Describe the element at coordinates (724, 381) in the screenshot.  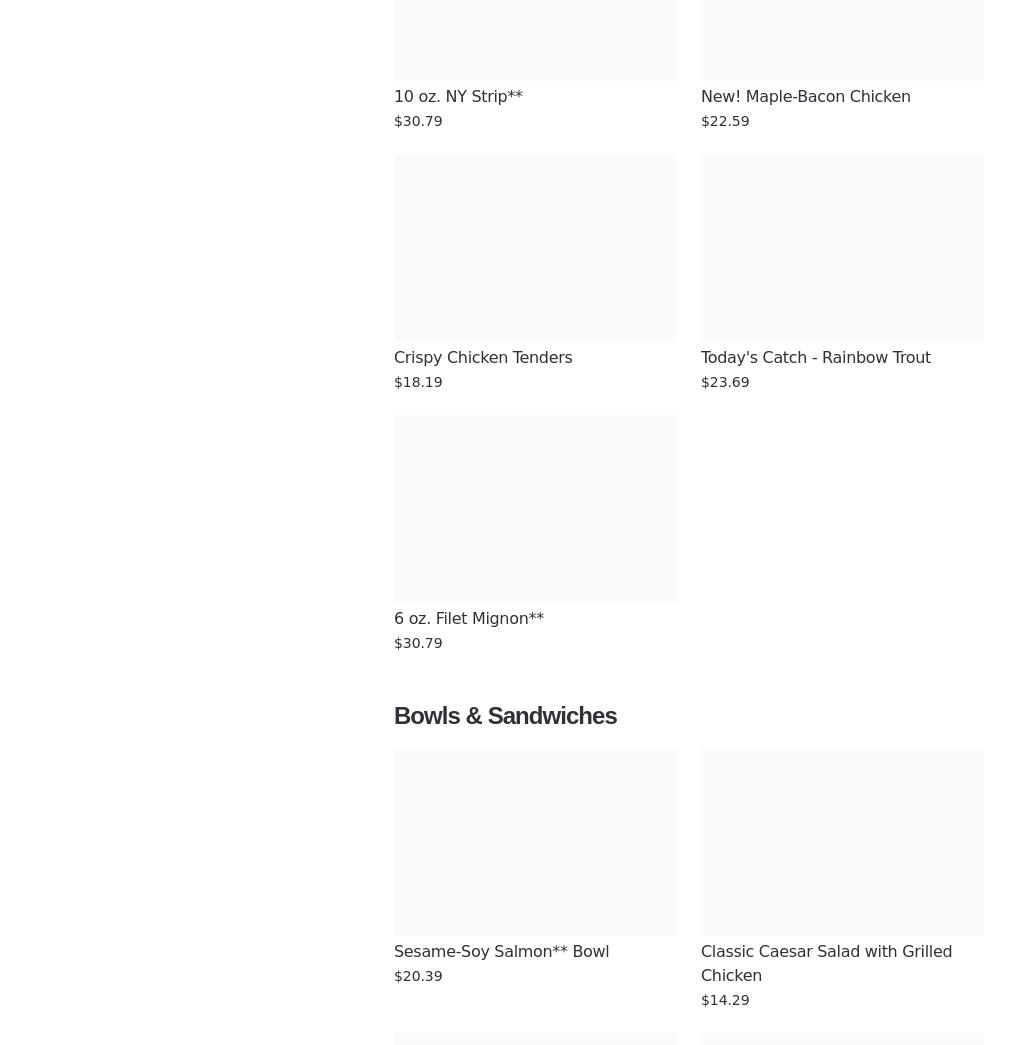
I see `'$23.69'` at that location.